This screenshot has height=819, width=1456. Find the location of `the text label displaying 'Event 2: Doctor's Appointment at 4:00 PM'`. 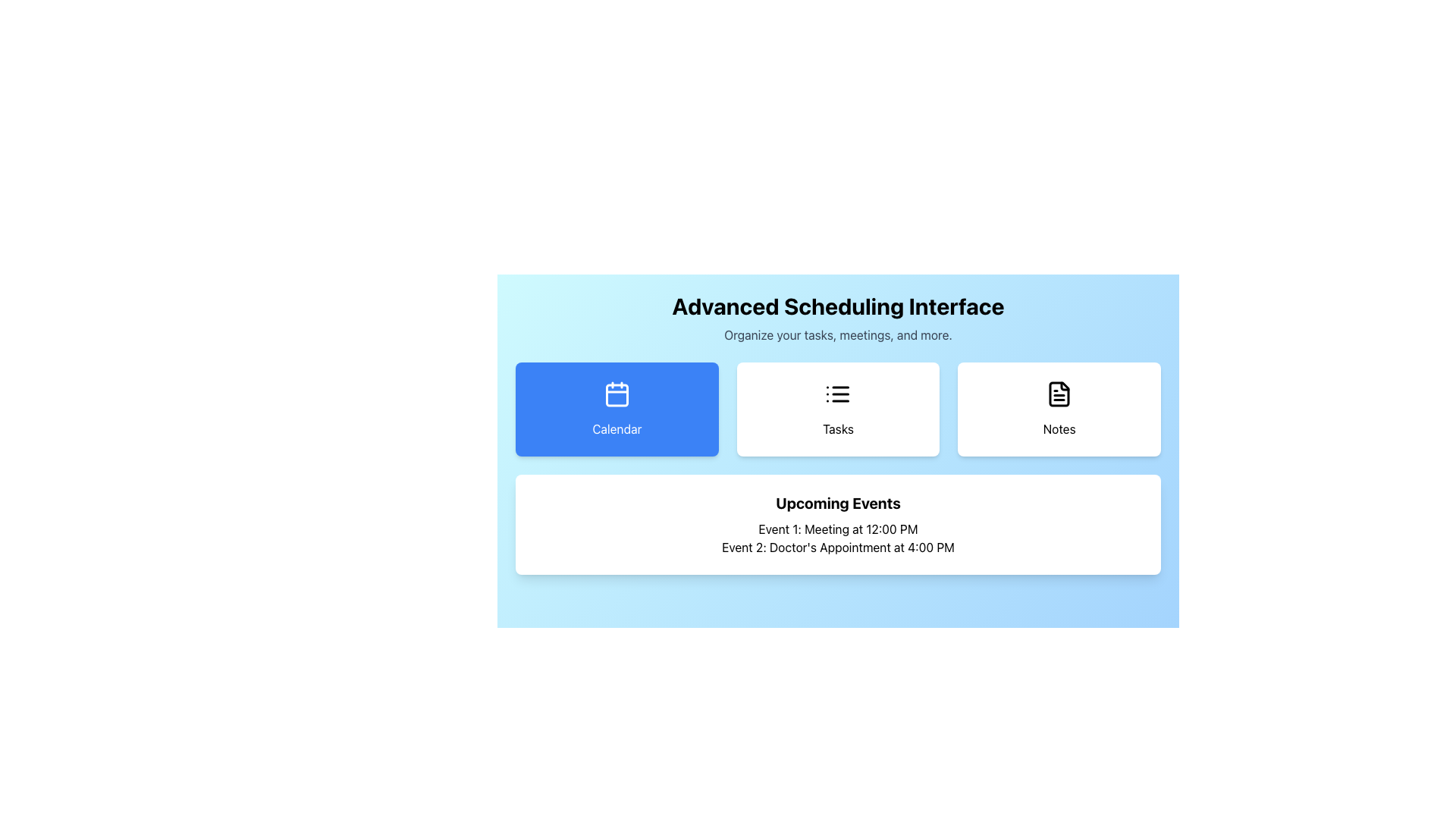

the text label displaying 'Event 2: Doctor's Appointment at 4:00 PM' is located at coordinates (837, 547).